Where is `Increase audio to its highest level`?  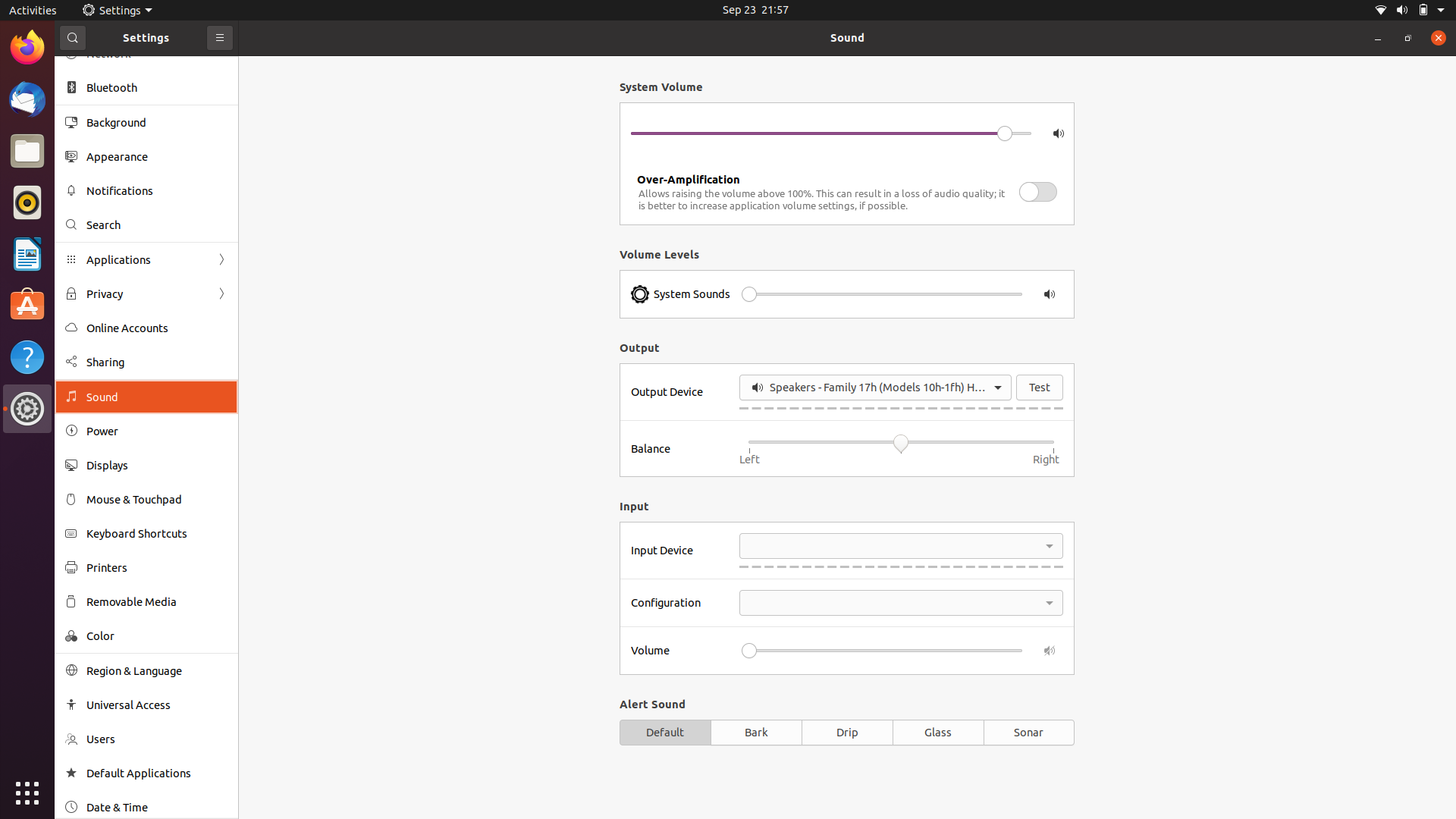
Increase audio to its highest level is located at coordinates (993, 294).